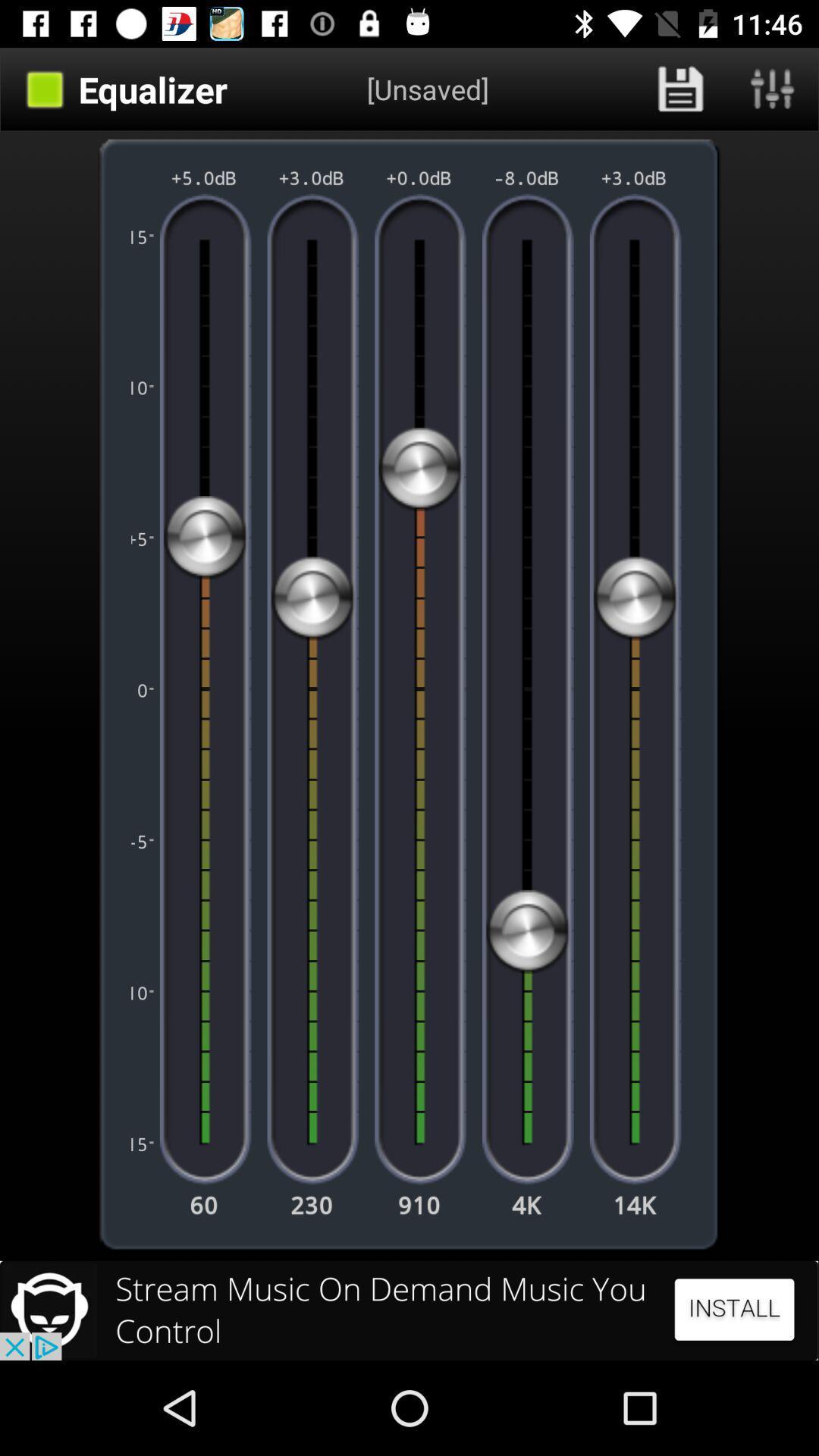 The height and width of the screenshot is (1456, 819). What do you see at coordinates (773, 89) in the screenshot?
I see `the sliders icon` at bounding box center [773, 89].